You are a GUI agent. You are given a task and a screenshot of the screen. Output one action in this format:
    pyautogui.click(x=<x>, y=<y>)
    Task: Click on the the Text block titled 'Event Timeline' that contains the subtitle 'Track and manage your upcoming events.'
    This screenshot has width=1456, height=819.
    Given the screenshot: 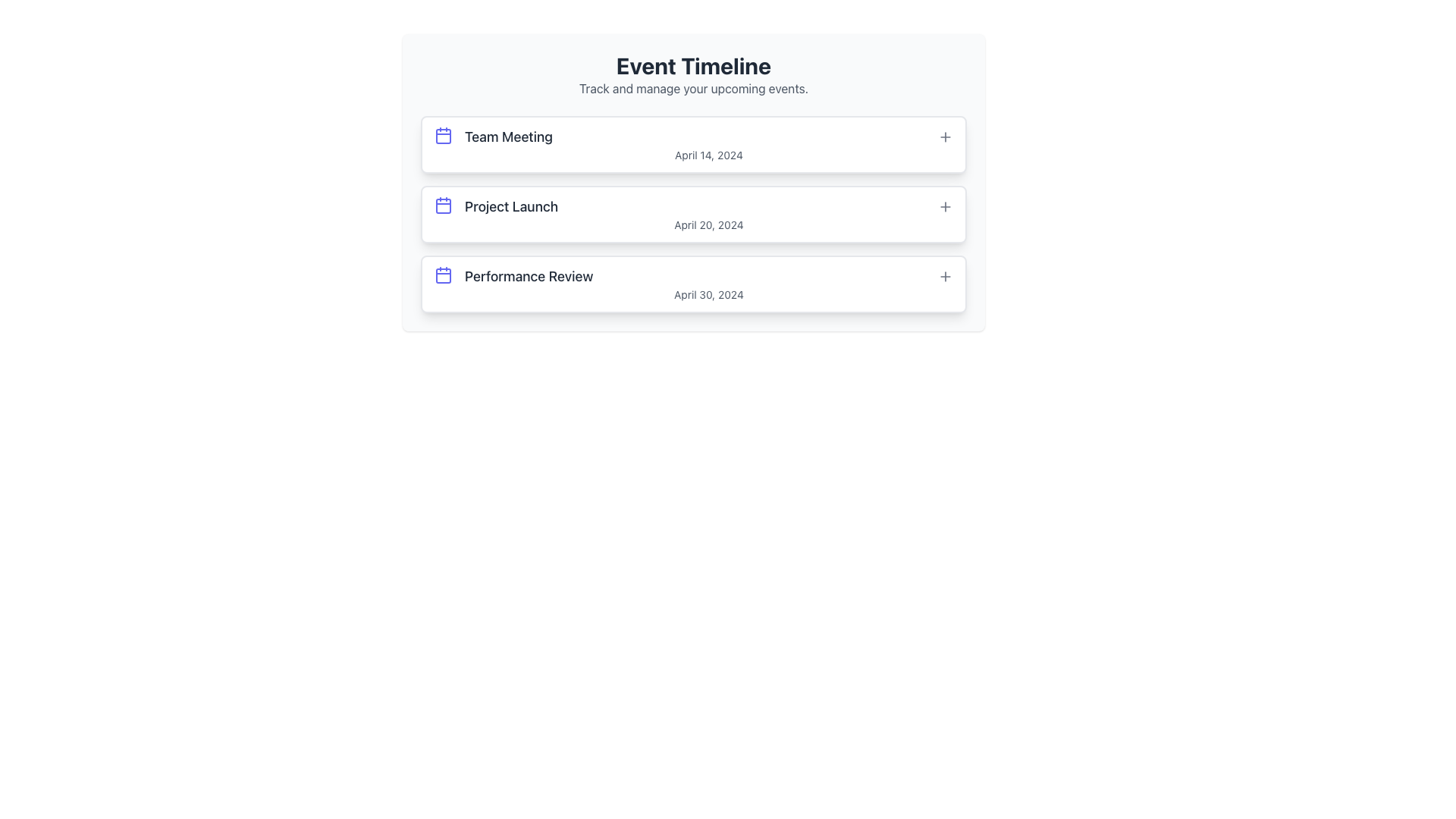 What is the action you would take?
    pyautogui.click(x=693, y=75)
    